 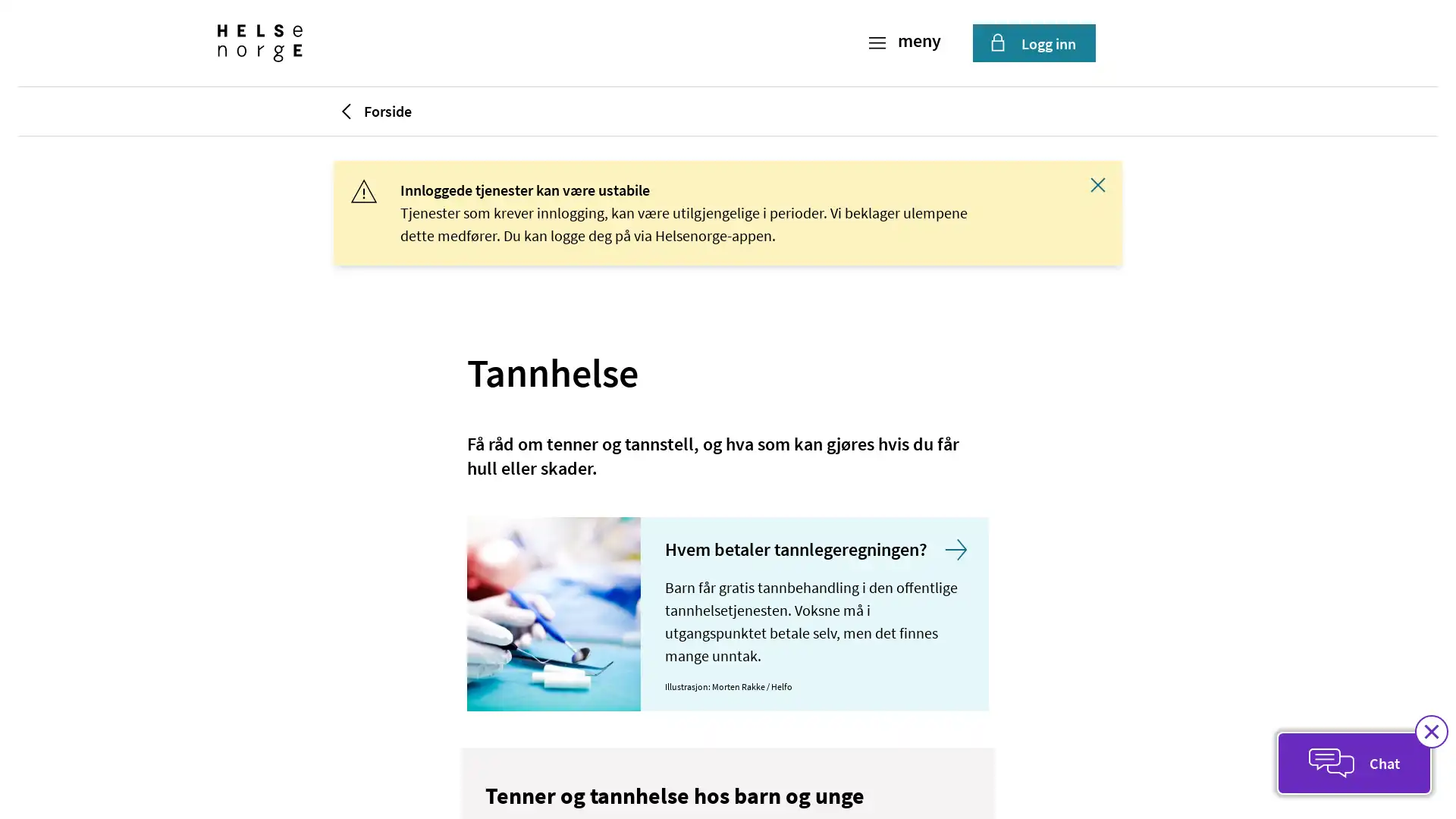 I want to click on Fjern chat, so click(x=1430, y=730).